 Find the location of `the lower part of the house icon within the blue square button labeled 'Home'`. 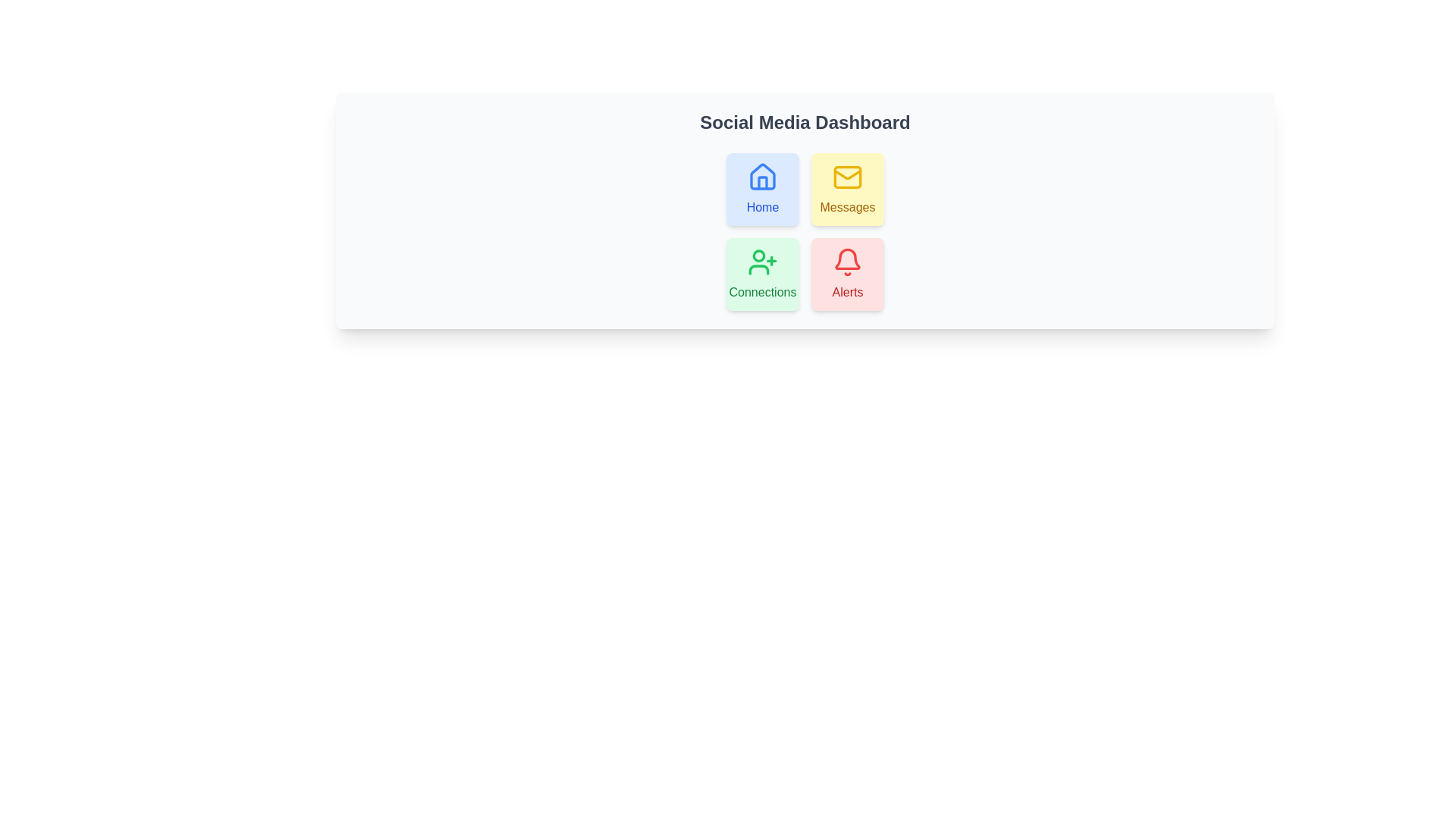

the lower part of the house icon within the blue square button labeled 'Home' is located at coordinates (763, 182).